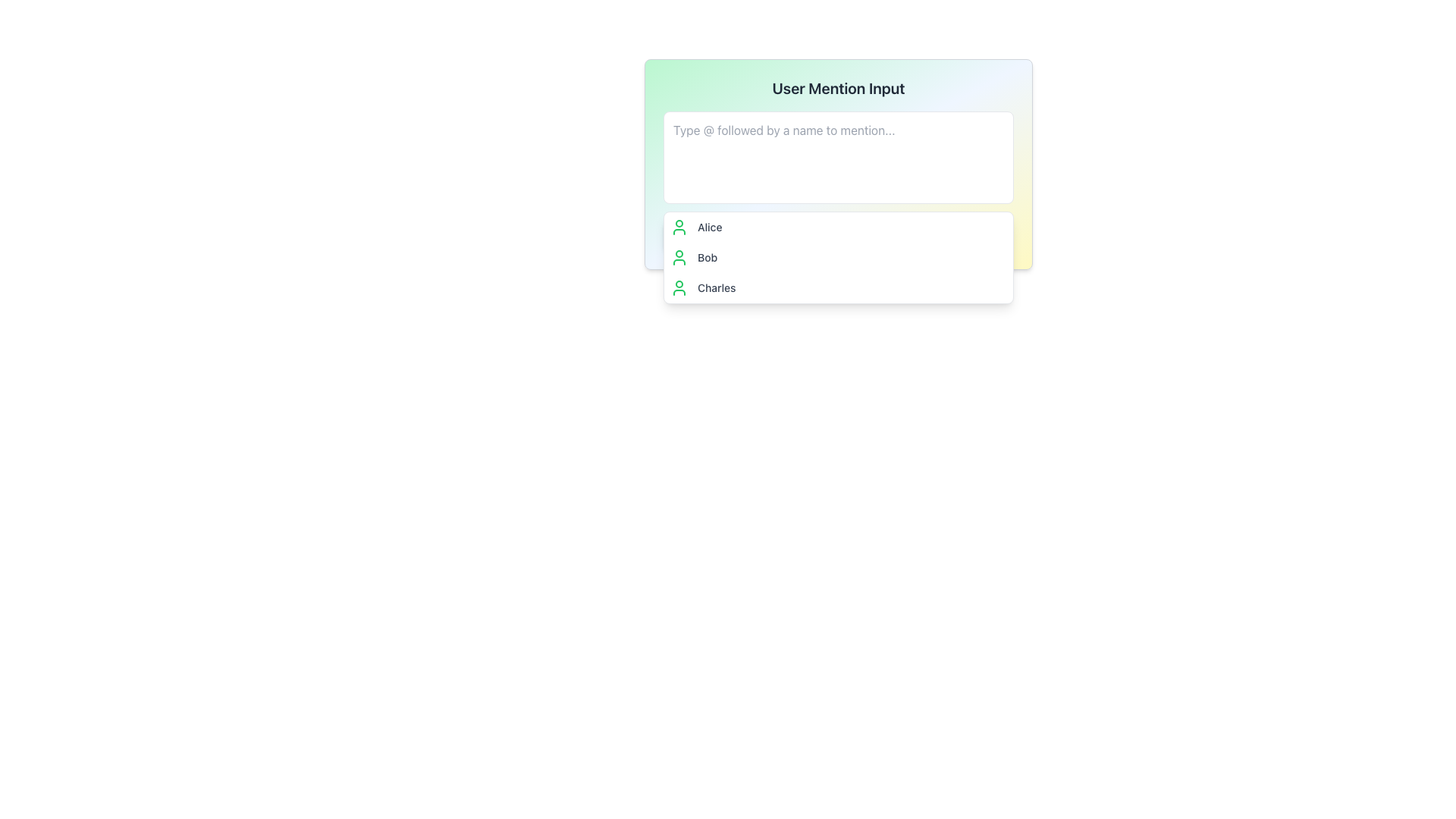 Image resolution: width=1456 pixels, height=819 pixels. What do you see at coordinates (707, 256) in the screenshot?
I see `the user mention label identifying 'Bob' in the selection interface, which is the second entry in the vertical list, positioned between 'Alice' and 'Charles'` at bounding box center [707, 256].